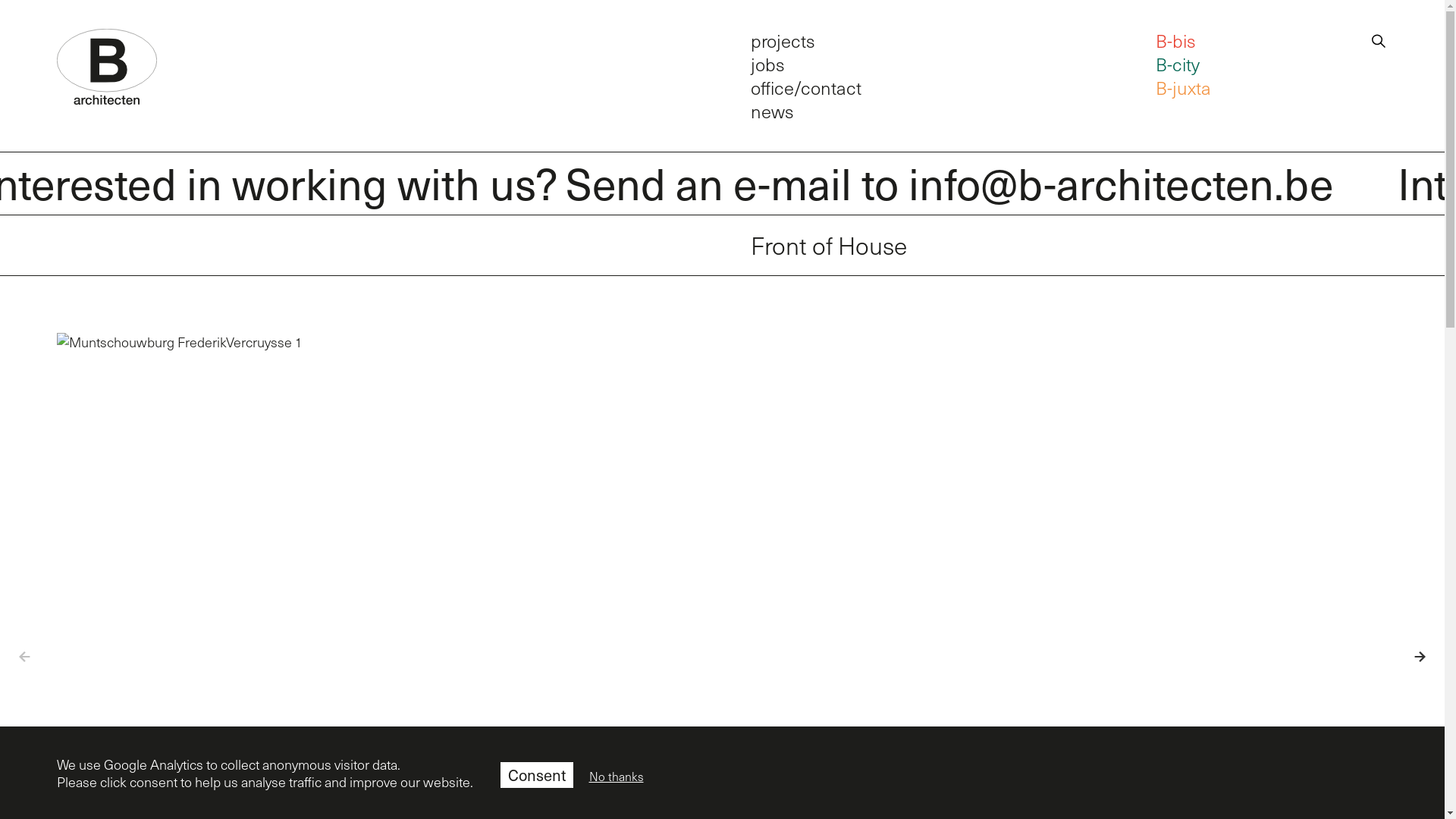  What do you see at coordinates (767, 63) in the screenshot?
I see `'jobs'` at bounding box center [767, 63].